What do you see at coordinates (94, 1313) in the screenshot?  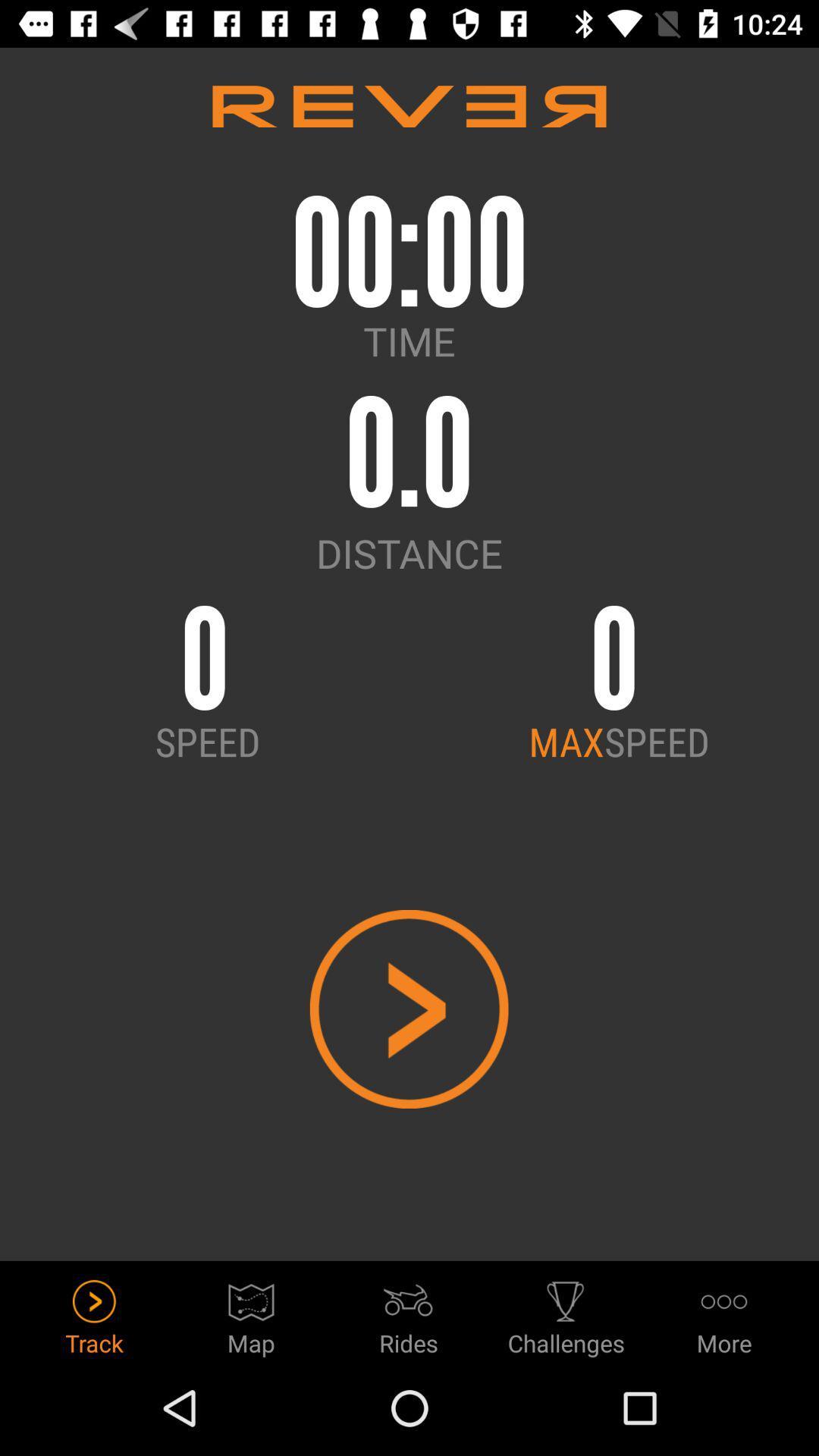 I see `the item to the left of the map item` at bounding box center [94, 1313].